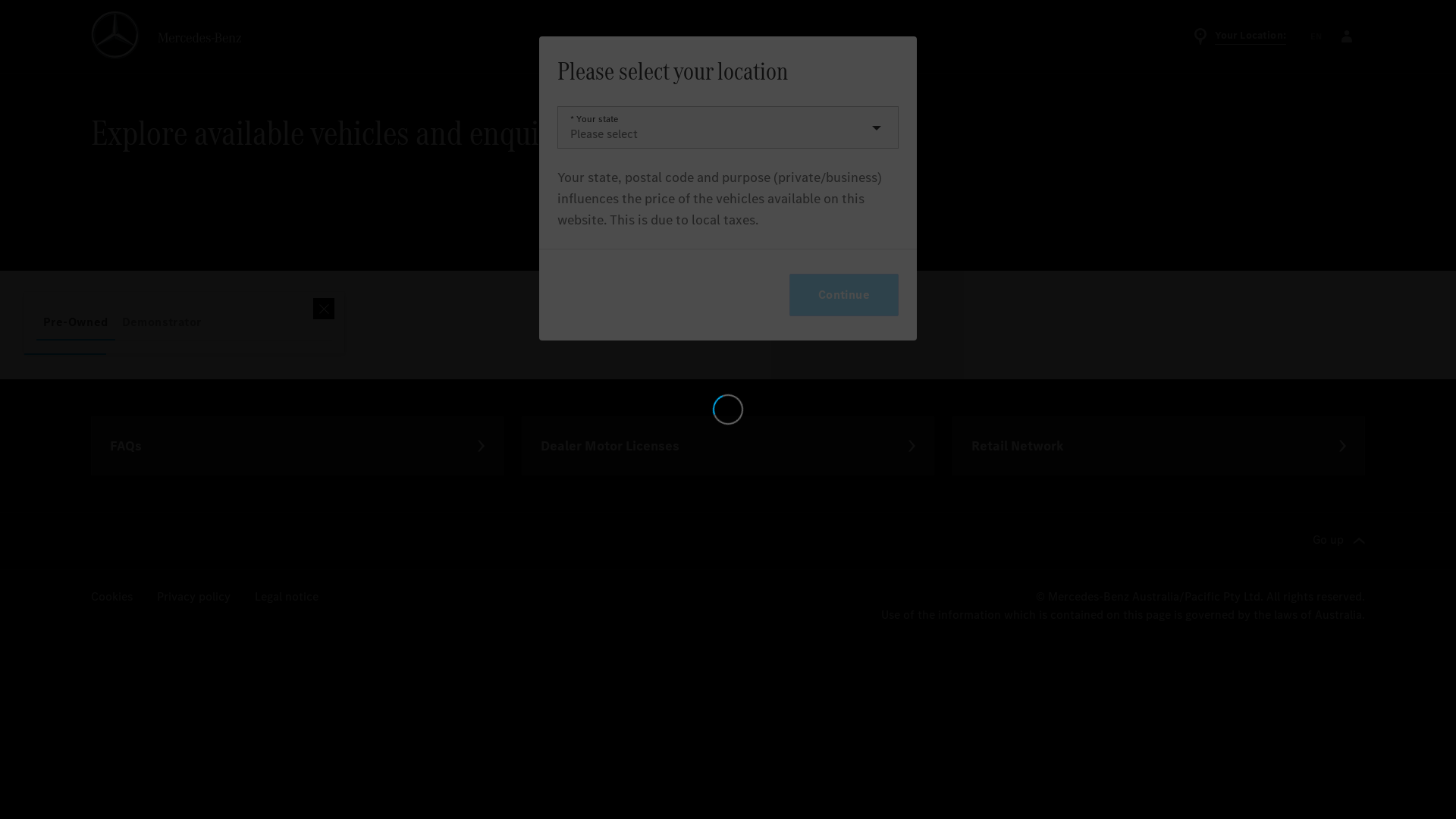 The width and height of the screenshot is (1456, 819). Describe the element at coordinates (1338, 540) in the screenshot. I see `'Go up'` at that location.